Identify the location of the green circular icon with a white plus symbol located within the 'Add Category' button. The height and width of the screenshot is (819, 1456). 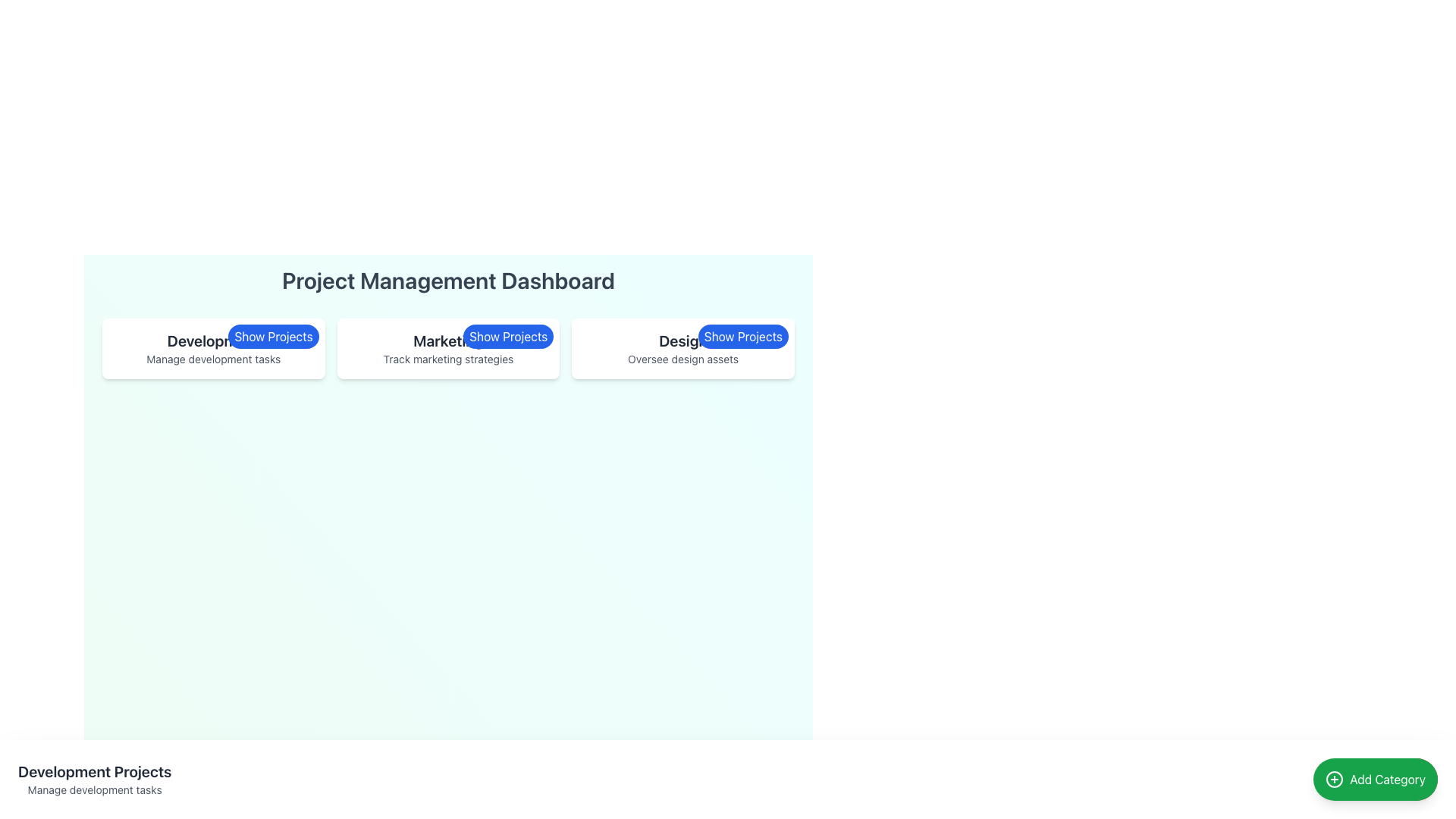
(1335, 780).